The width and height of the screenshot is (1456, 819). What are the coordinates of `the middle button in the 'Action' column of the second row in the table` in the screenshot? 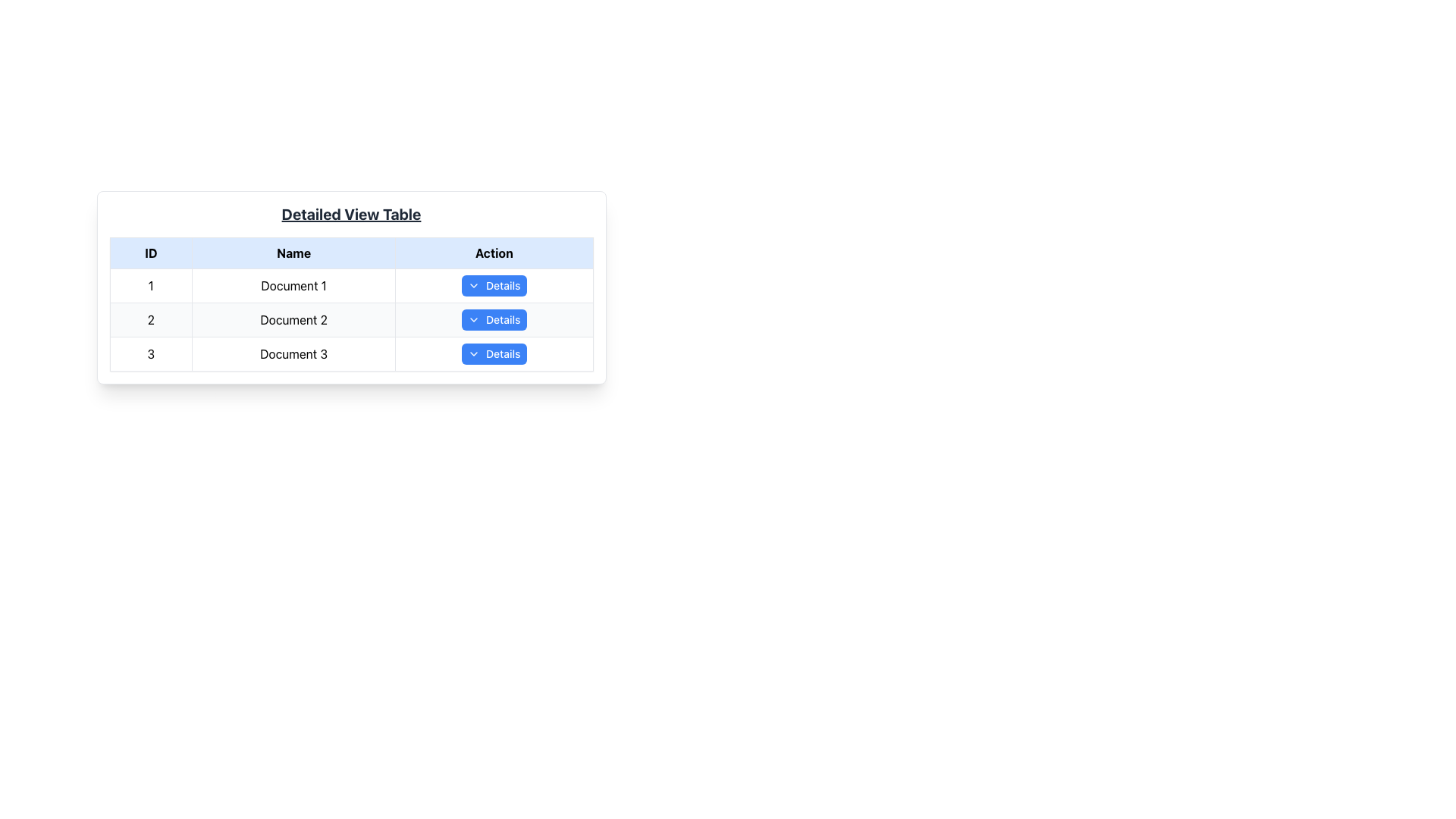 It's located at (494, 318).